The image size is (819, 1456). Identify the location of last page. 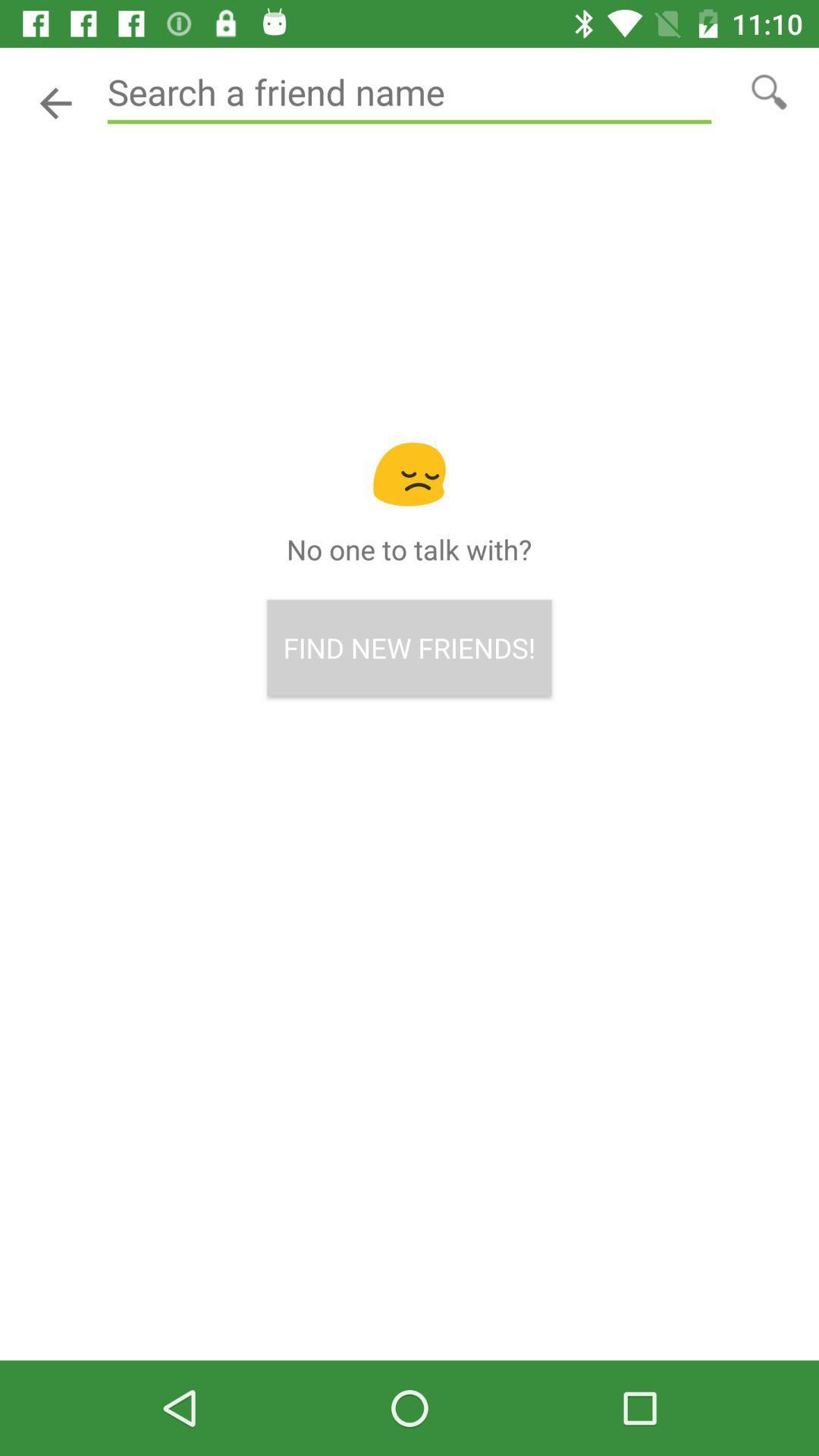
(55, 102).